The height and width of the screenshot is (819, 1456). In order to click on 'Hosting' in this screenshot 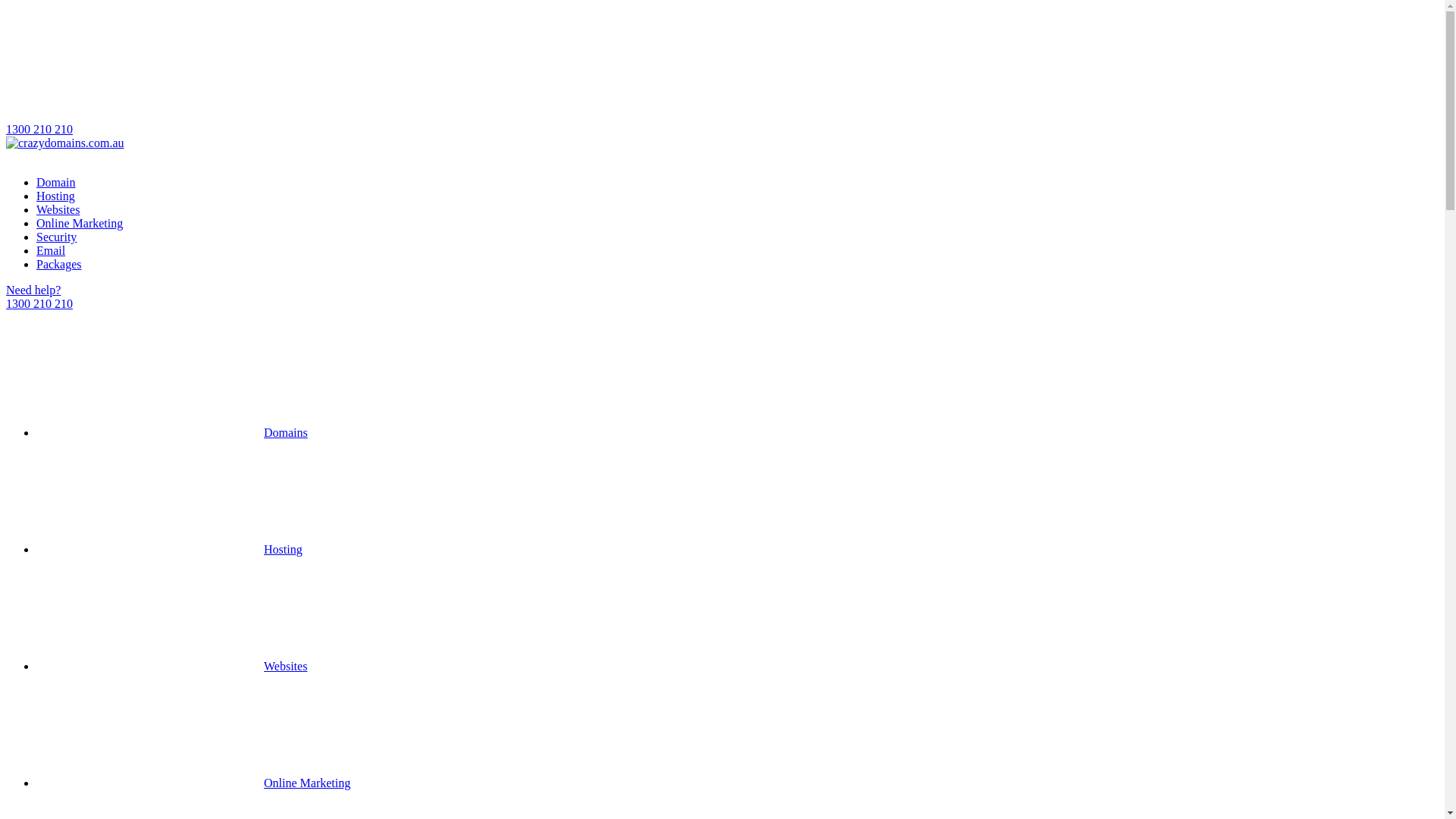, I will do `click(55, 195)`.